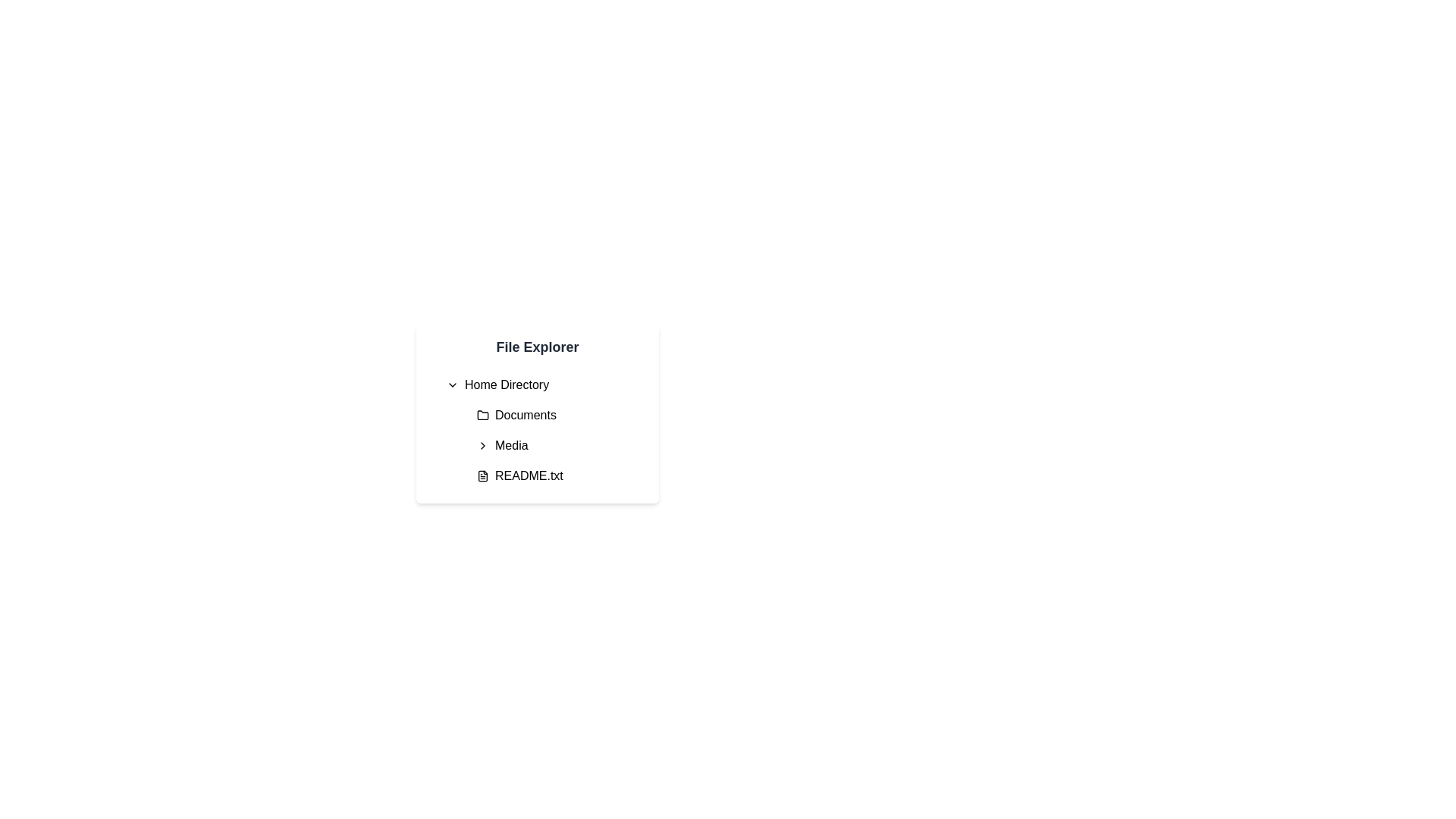 The height and width of the screenshot is (819, 1456). What do you see at coordinates (511, 444) in the screenshot?
I see `the 'Media' text label that is styled with black font and positioned to the right of a right-facing arrow icon within a file explorer-like interface under the 'Documents' folder` at bounding box center [511, 444].